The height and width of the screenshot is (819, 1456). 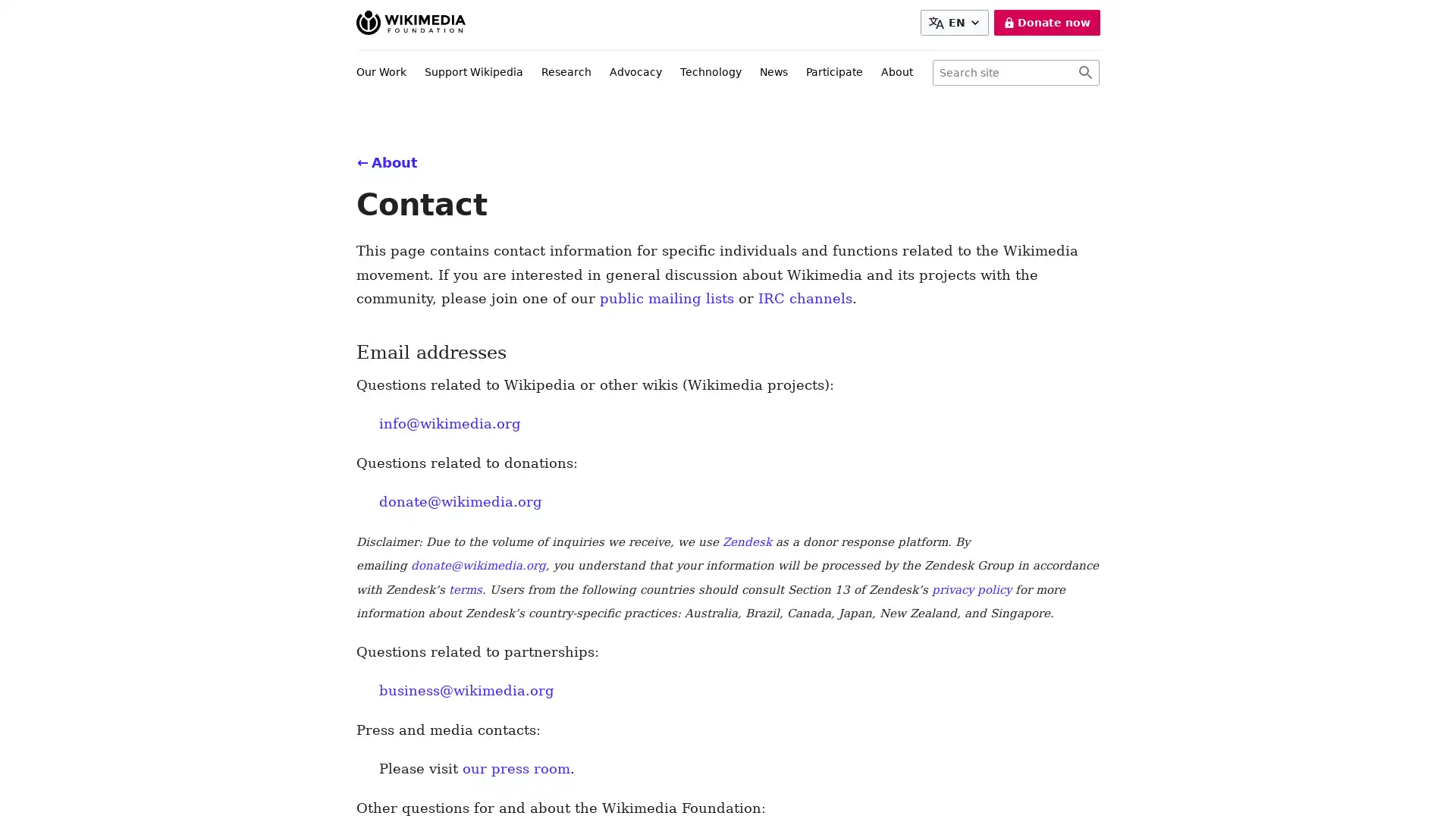 I want to click on CURRENT LANGUAGE: EN, so click(x=953, y=23).